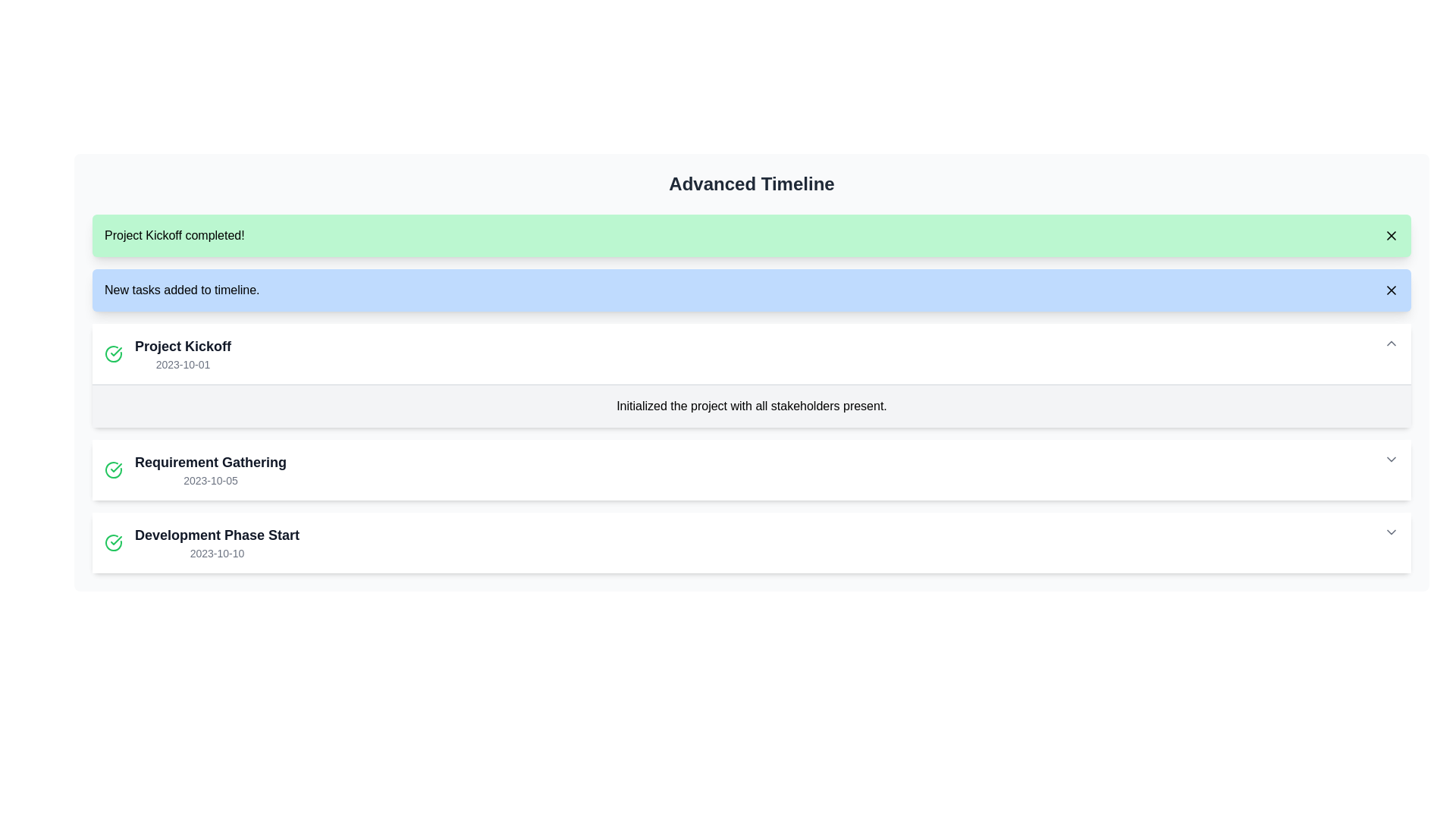  Describe the element at coordinates (1391, 236) in the screenshot. I see `the 'X' icon located at the top-right corner of the green notification banner` at that location.